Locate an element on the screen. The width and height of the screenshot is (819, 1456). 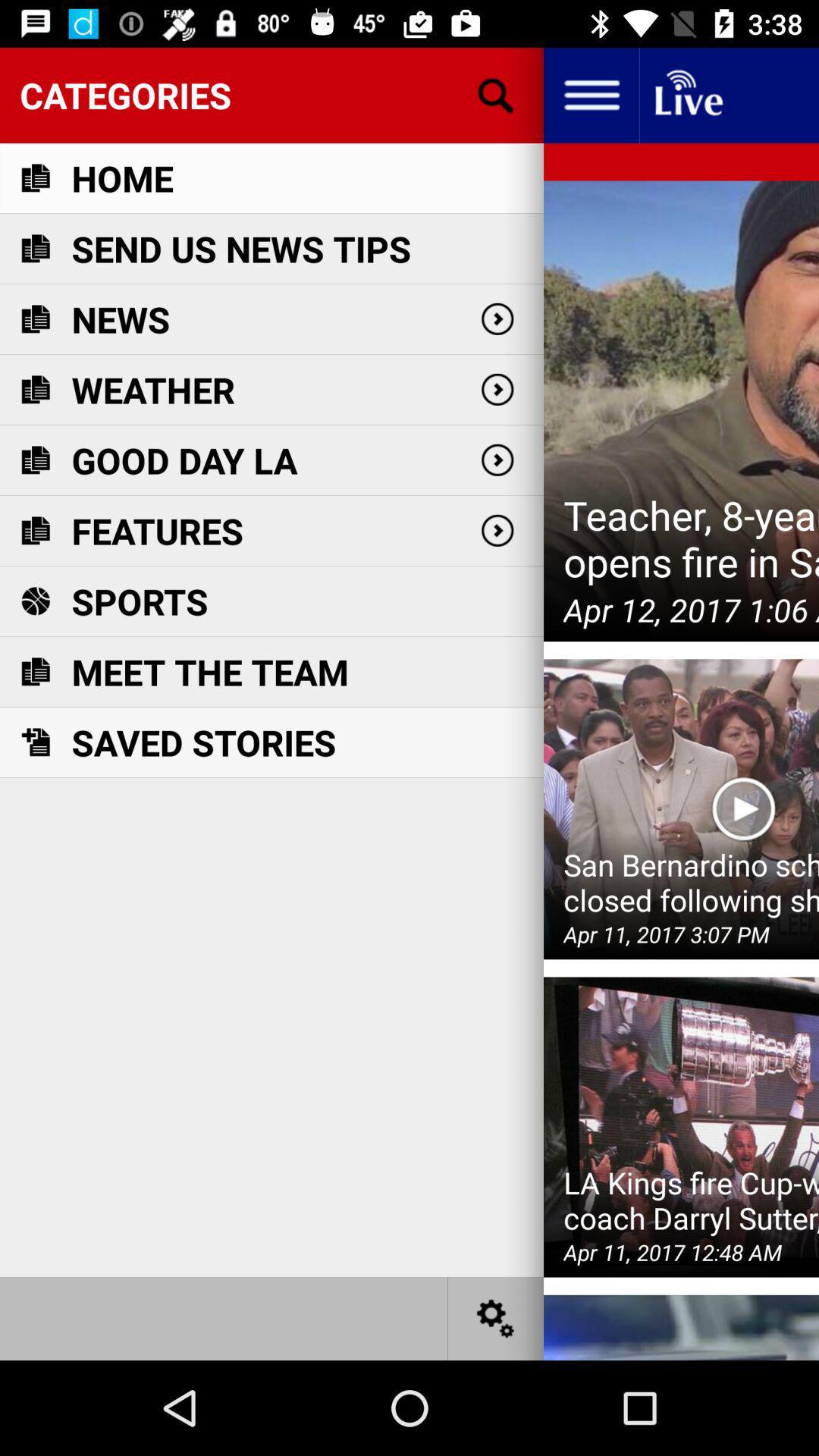
live stream current news events is located at coordinates (687, 94).